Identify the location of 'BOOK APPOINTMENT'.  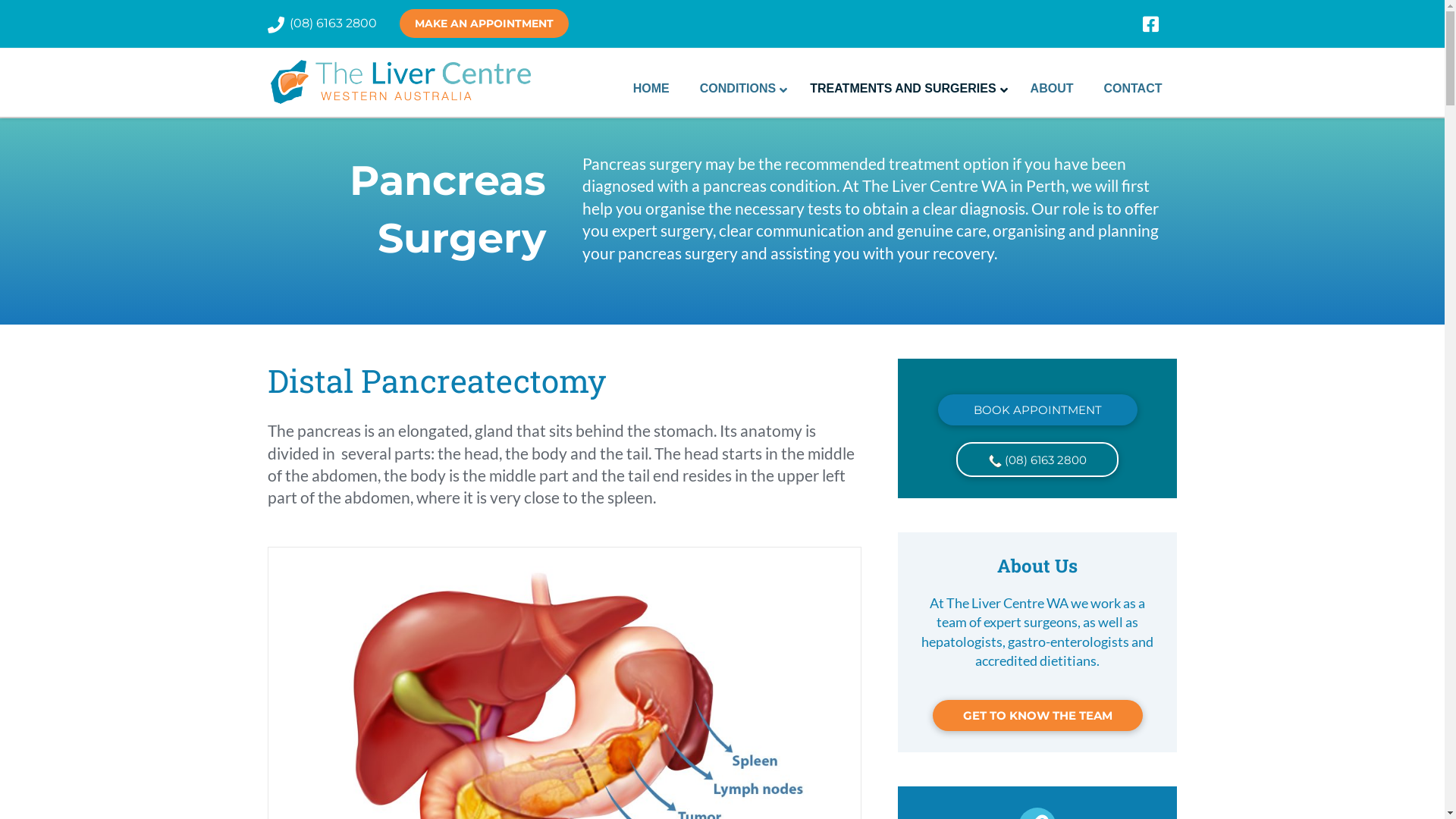
(1037, 409).